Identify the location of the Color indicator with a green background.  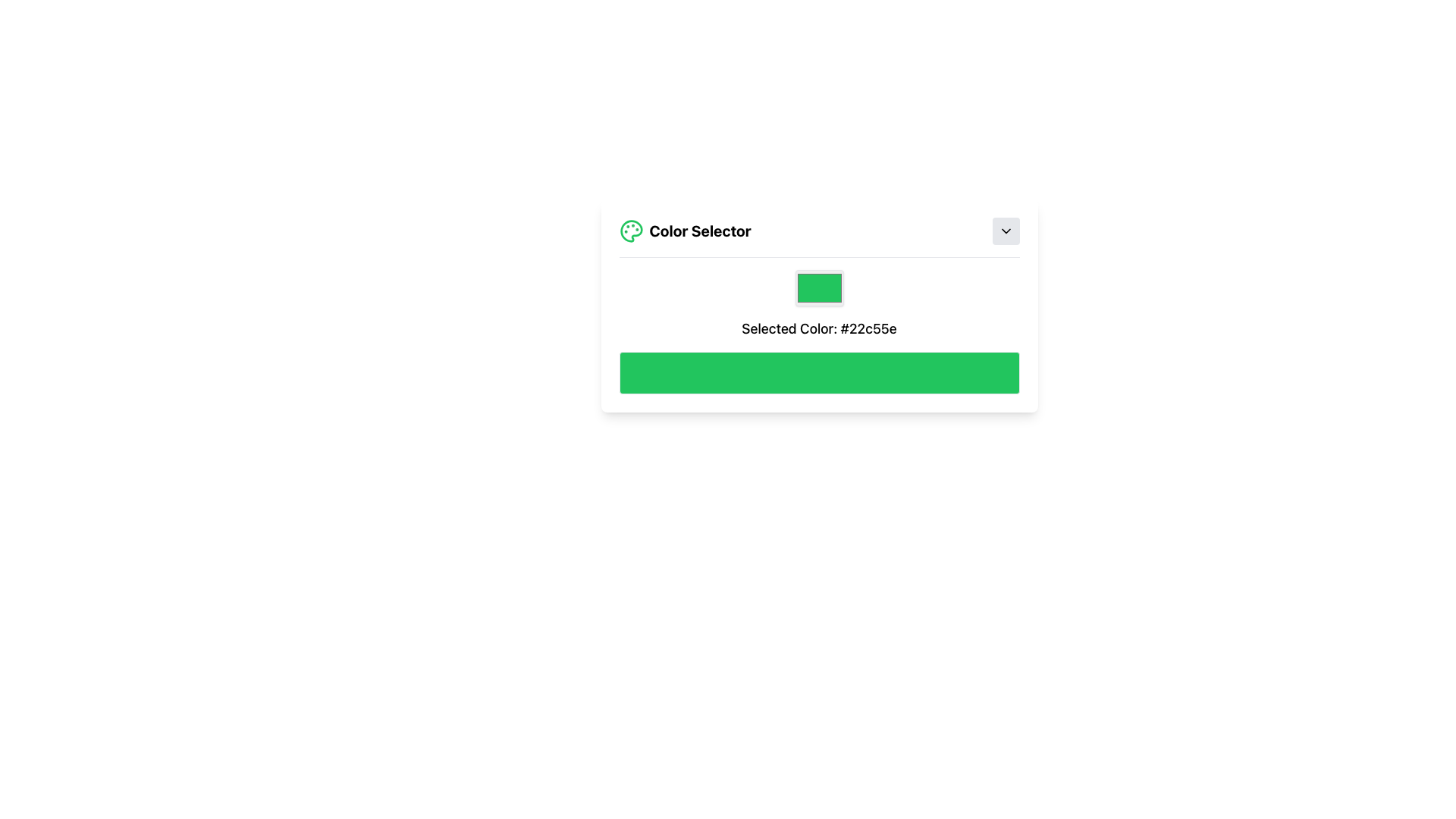
(818, 288).